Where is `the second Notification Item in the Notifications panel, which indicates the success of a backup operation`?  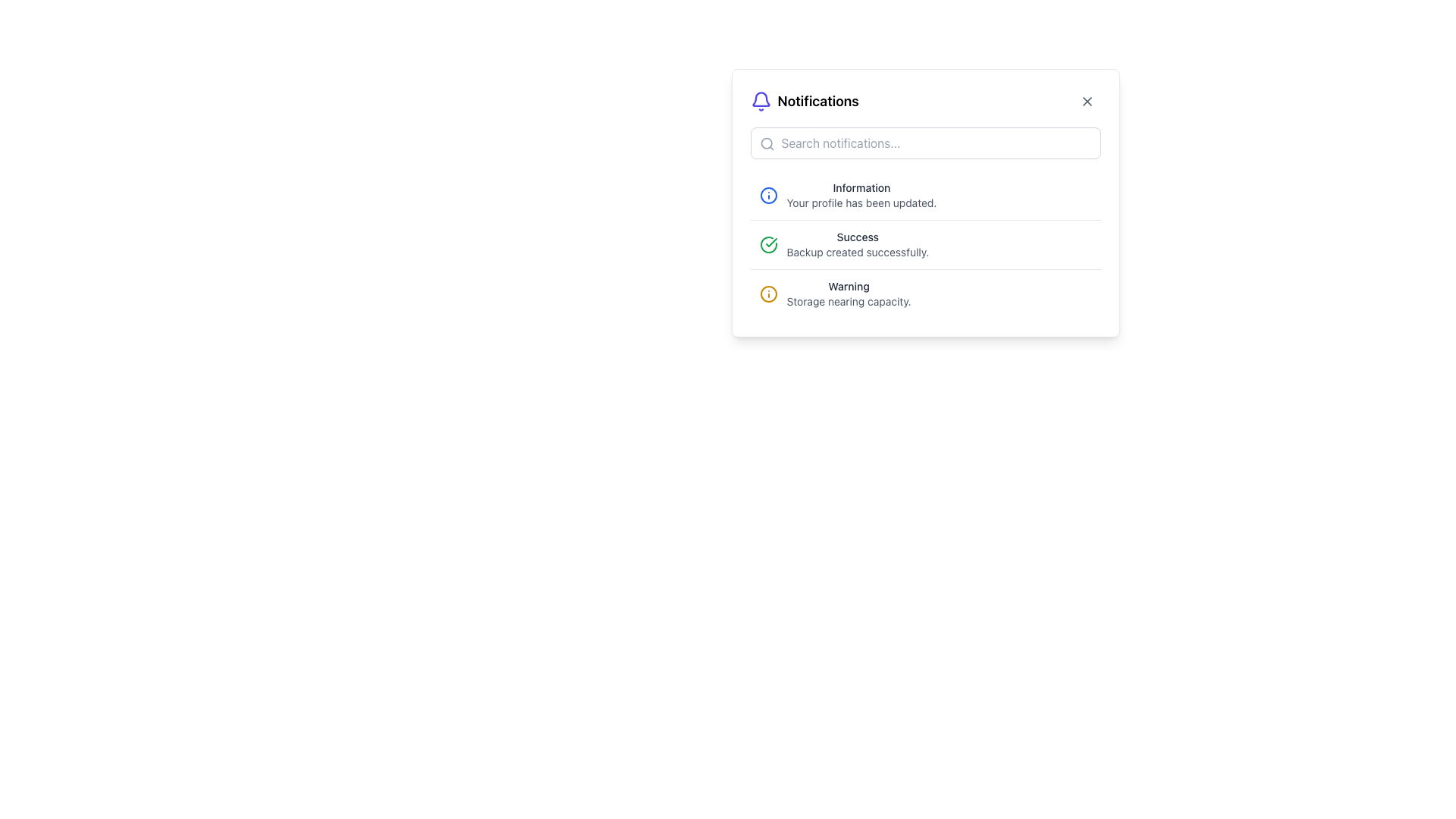 the second Notification Item in the Notifications panel, which indicates the success of a backup operation is located at coordinates (924, 243).